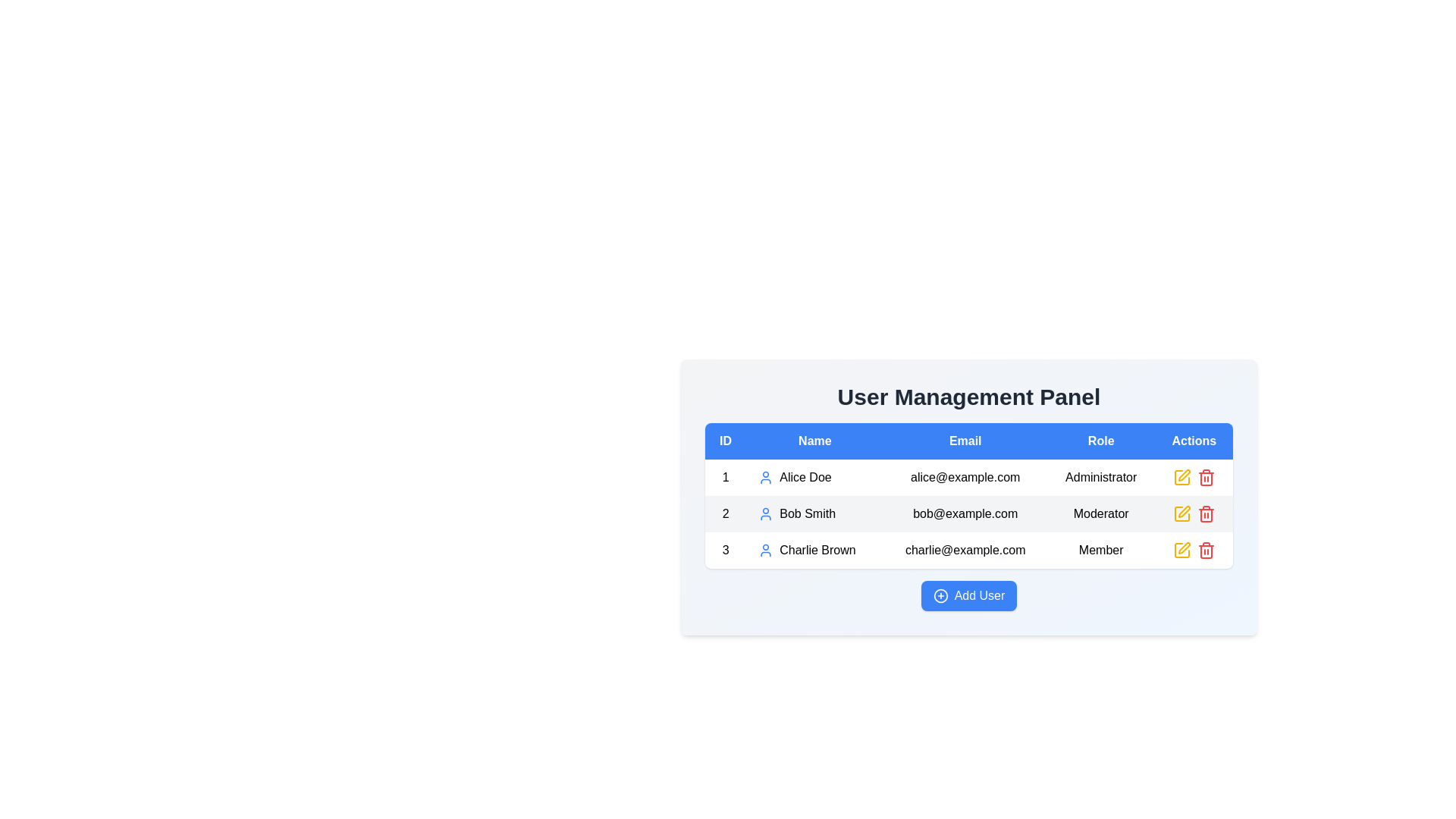 This screenshot has width=1456, height=819. I want to click on the blue circular shape that is part of the 'Add User' button decoration in the user management interface, so click(940, 595).